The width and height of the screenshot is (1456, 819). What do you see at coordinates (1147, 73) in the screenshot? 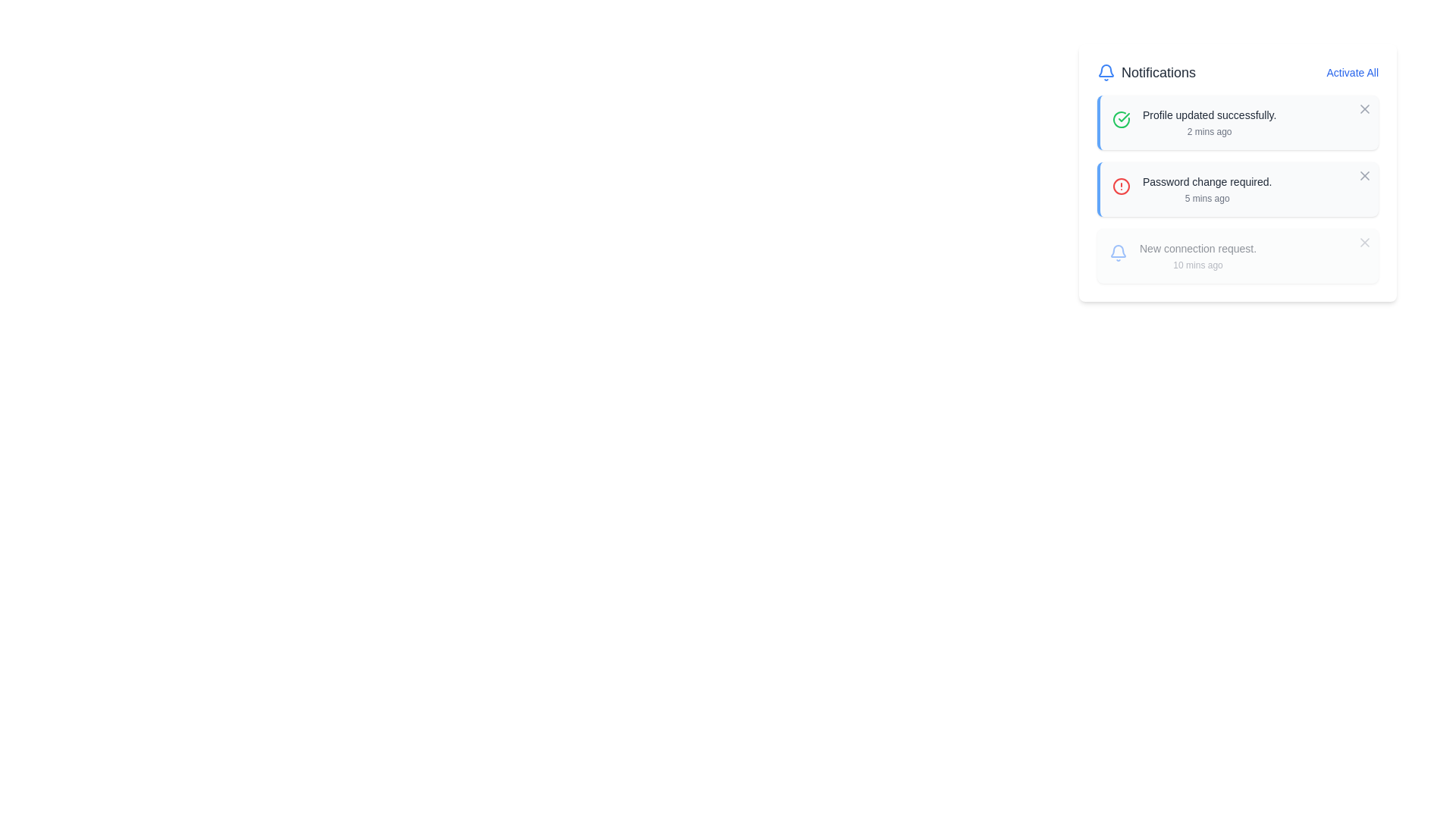
I see `the Text Label that serves as a heading for the notification panel, located at the top-left corner of the panel` at bounding box center [1147, 73].